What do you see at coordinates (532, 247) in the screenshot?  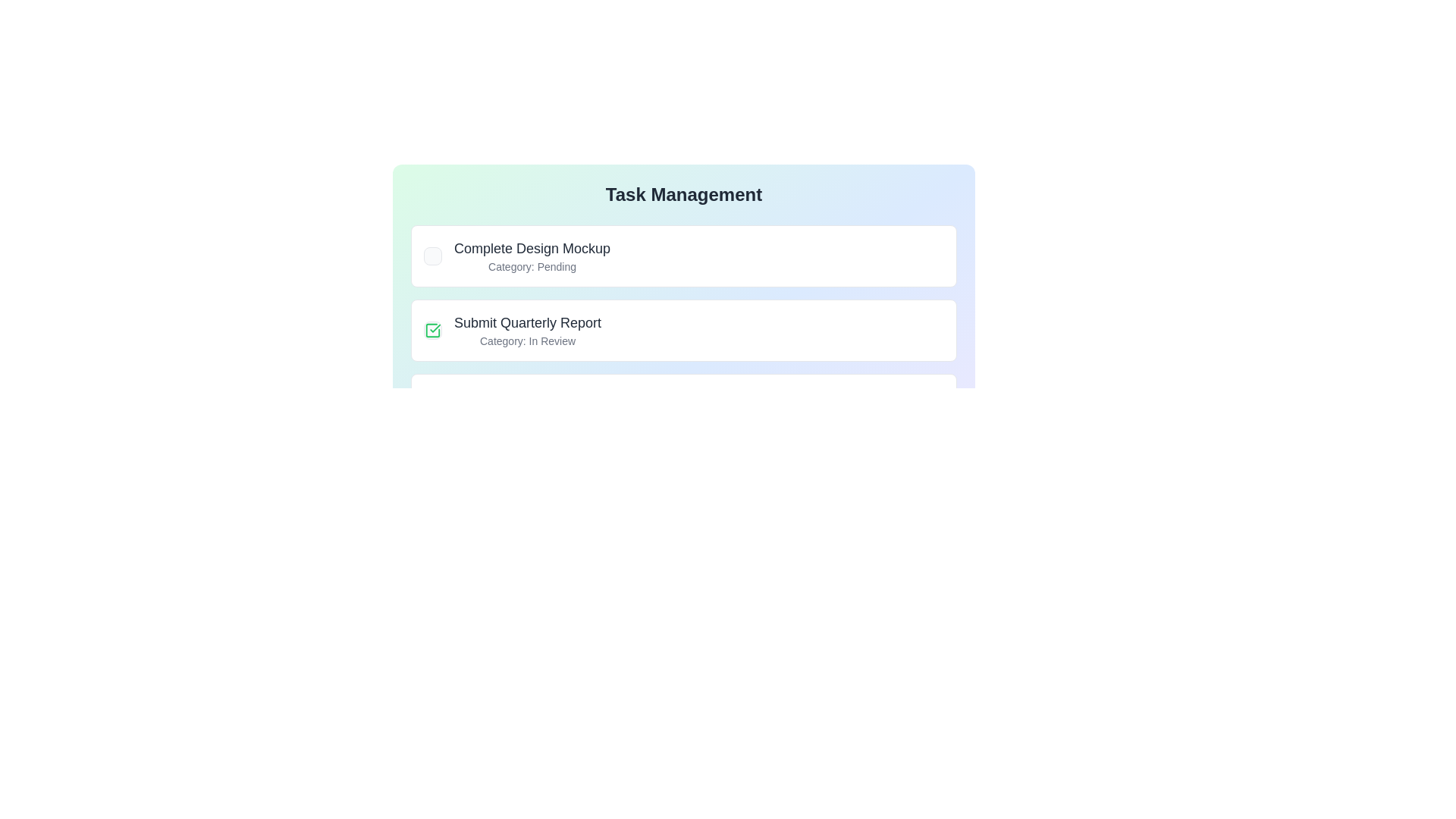 I see `the Text Label that serves as the title of the first task in the task management interface, positioned above the 'Category: Pending' element` at bounding box center [532, 247].